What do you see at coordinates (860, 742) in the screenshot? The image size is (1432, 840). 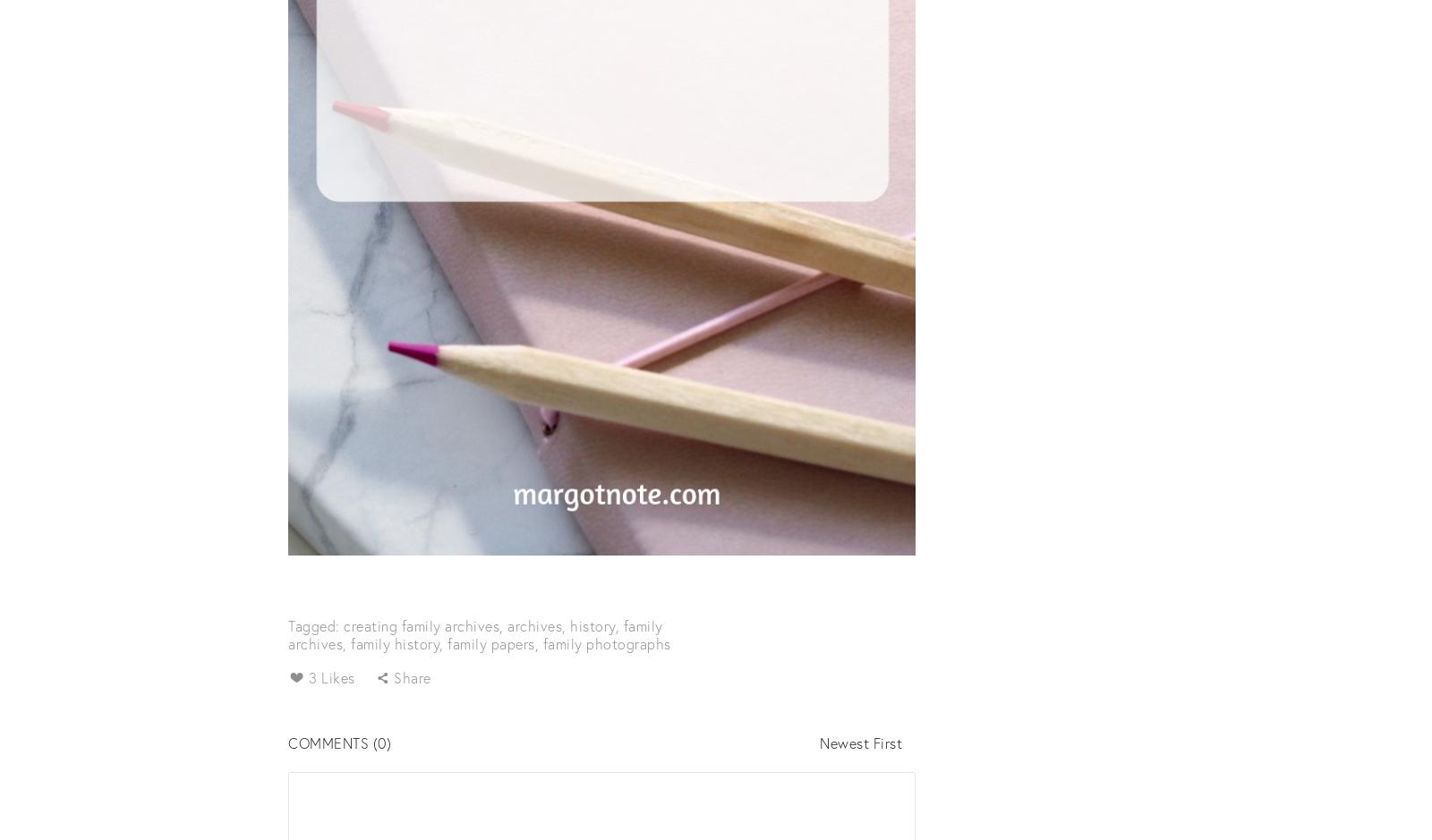 I see `'Newest First'` at bounding box center [860, 742].